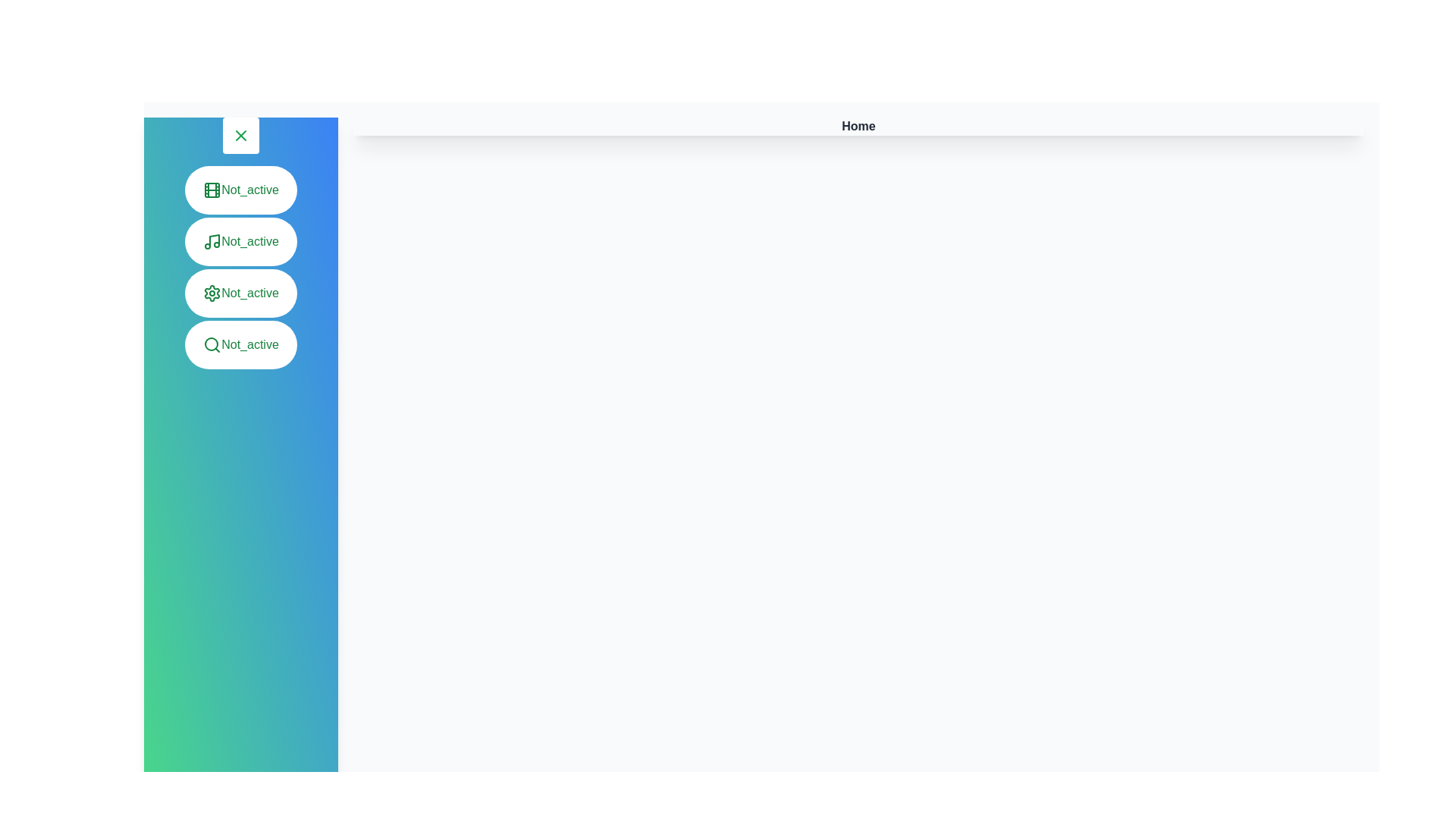 This screenshot has height=819, width=1456. I want to click on the menu item Search to observe its hover effect, so click(240, 345).